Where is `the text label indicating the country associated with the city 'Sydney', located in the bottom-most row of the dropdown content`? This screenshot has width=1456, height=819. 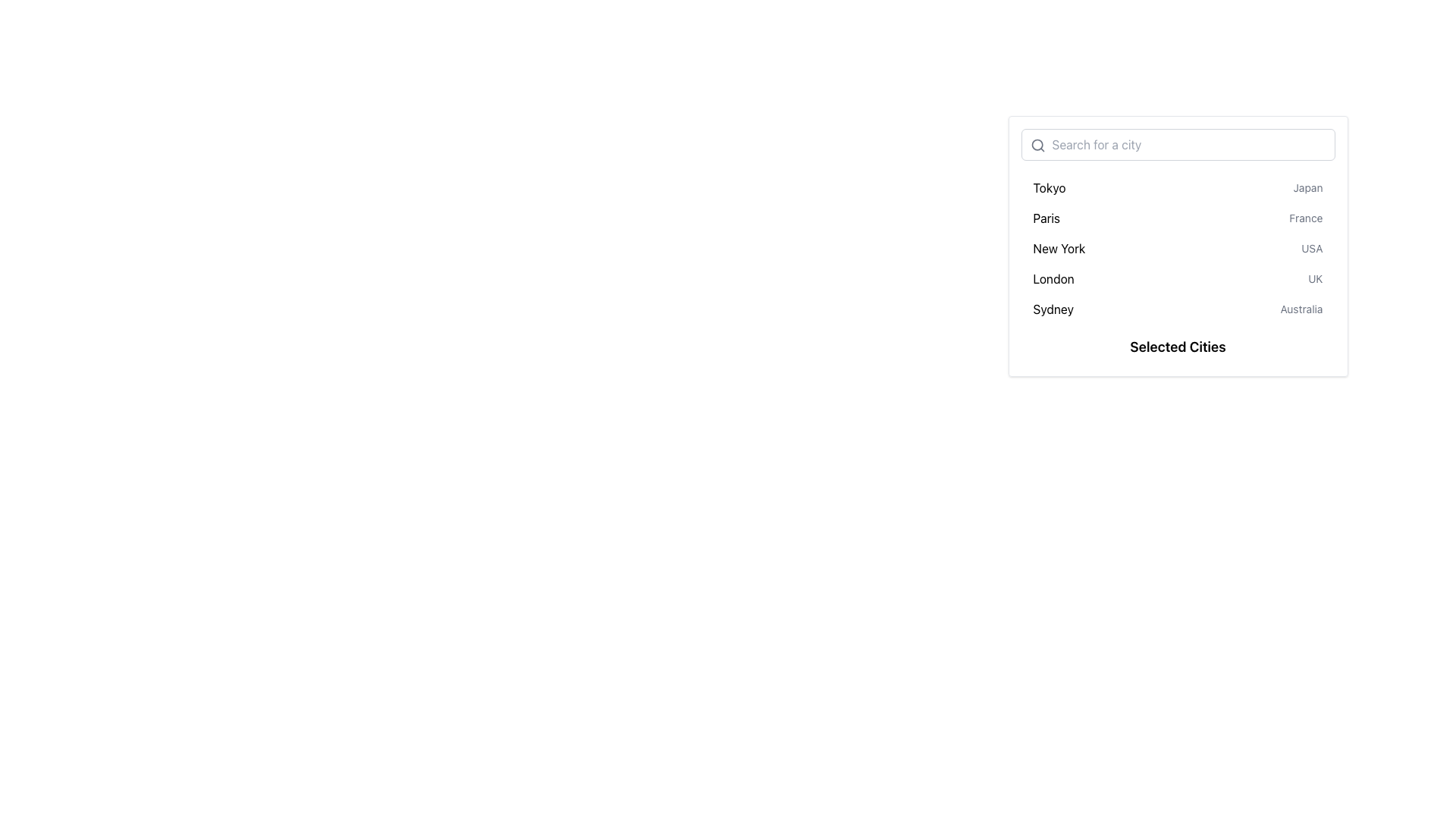
the text label indicating the country associated with the city 'Sydney', located in the bottom-most row of the dropdown content is located at coordinates (1301, 309).